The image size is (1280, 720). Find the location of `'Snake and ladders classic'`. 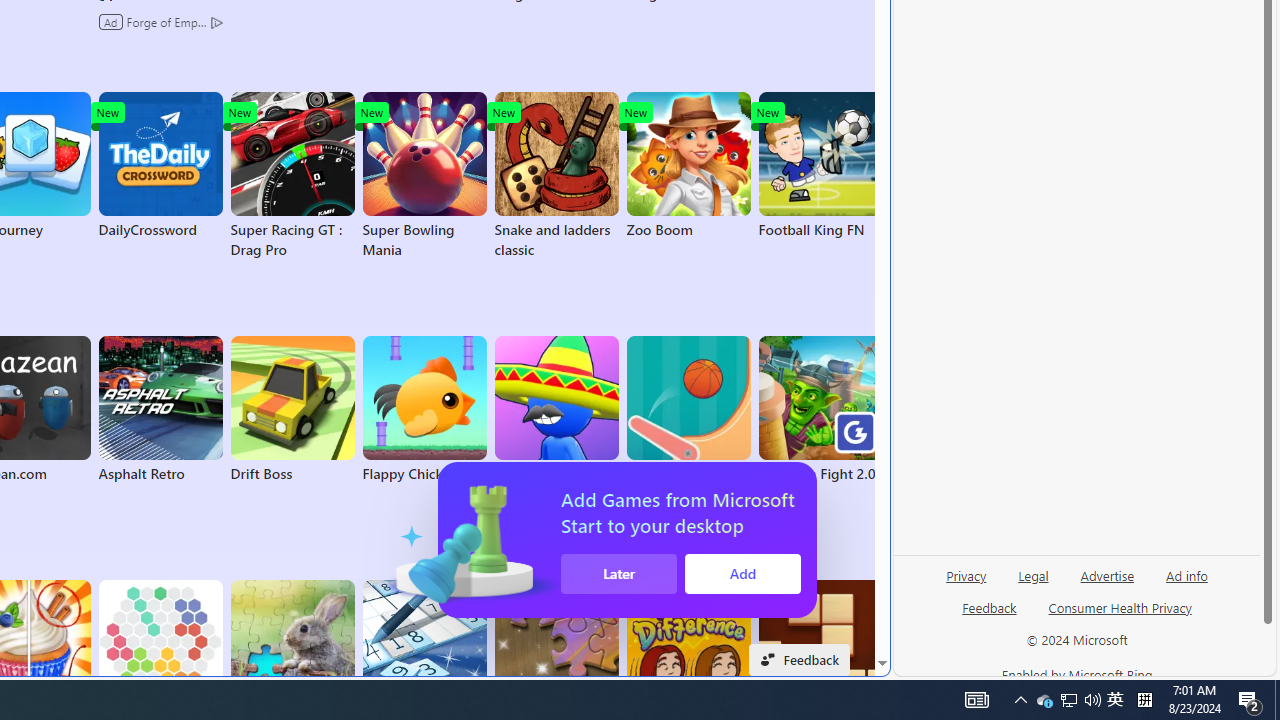

'Snake and ladders classic' is located at coordinates (556, 175).